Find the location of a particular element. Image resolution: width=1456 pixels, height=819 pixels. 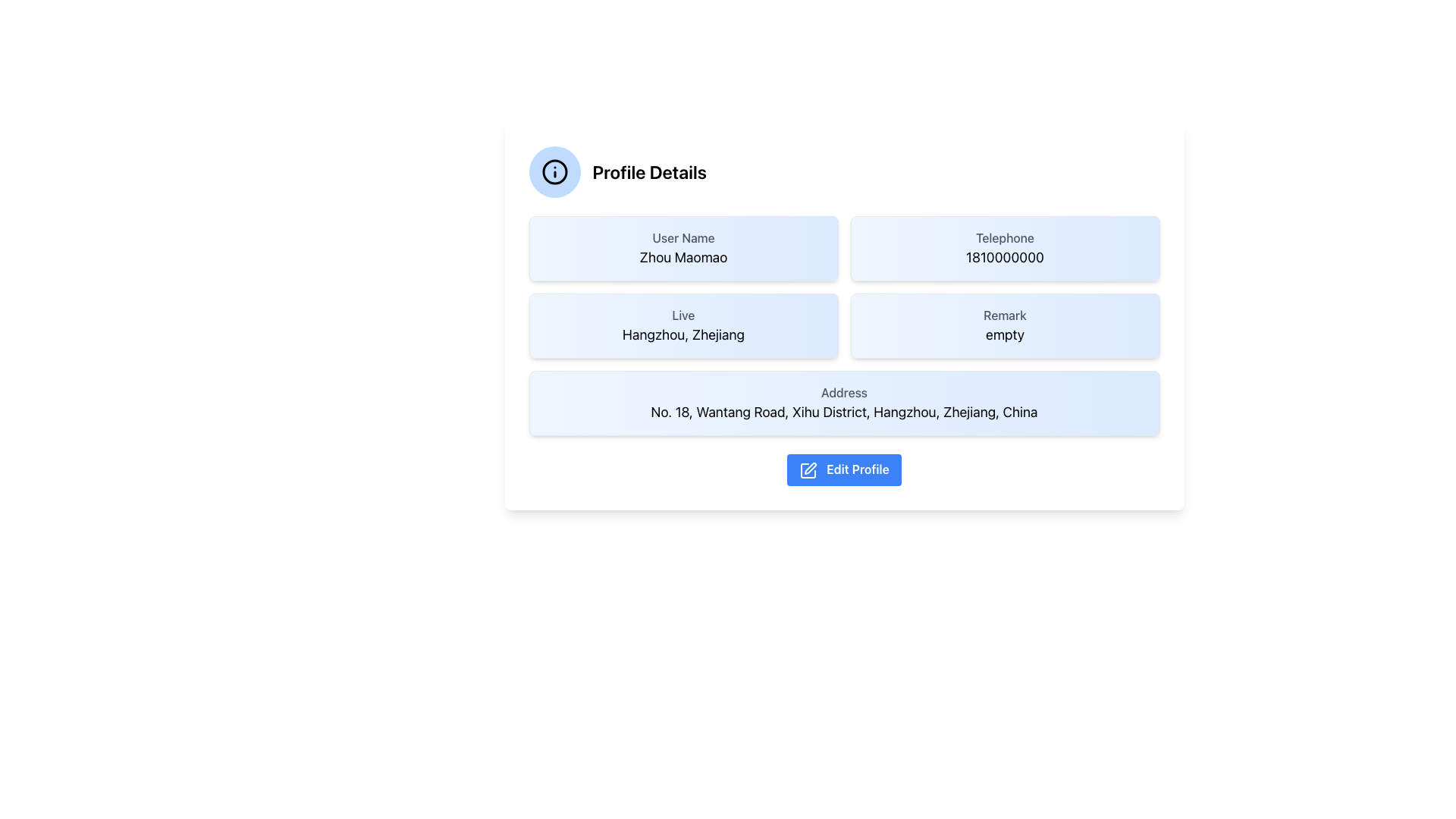

the telephone number displayed in the static text label located to the right of the 'Telephone' label in the 'Profile Details' section is located at coordinates (1005, 256).